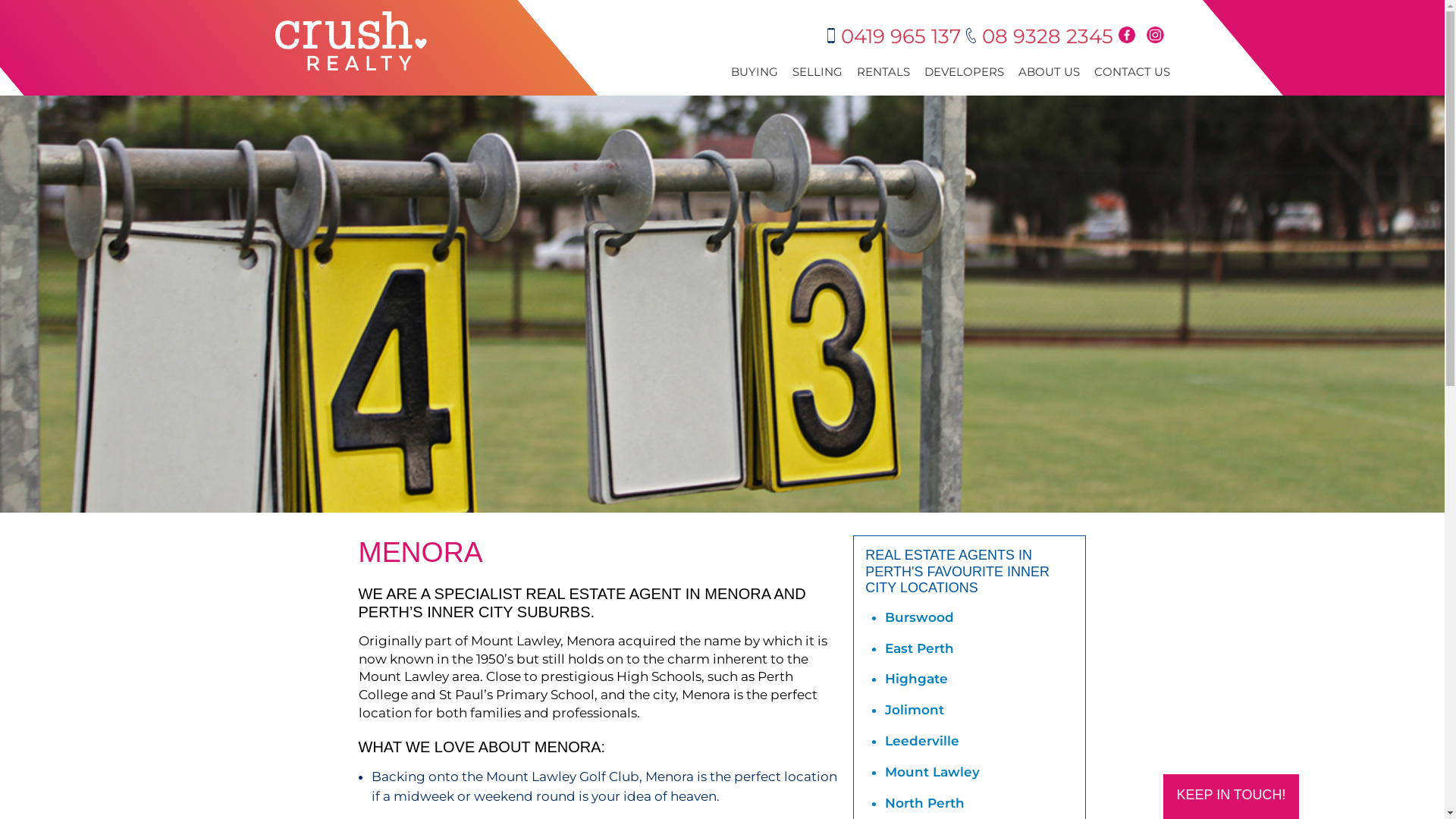 Image resolution: width=1456 pixels, height=819 pixels. I want to click on '0419 965 137', so click(896, 35).